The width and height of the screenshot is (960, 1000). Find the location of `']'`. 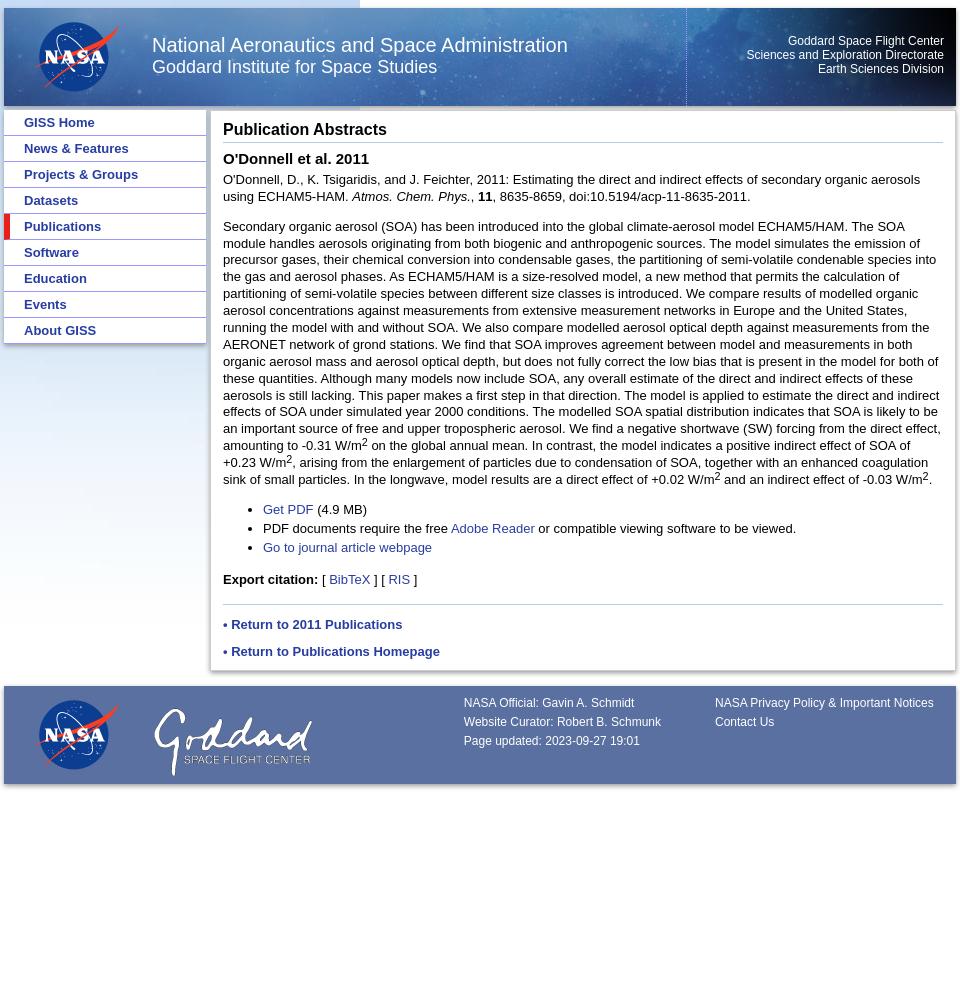

']' is located at coordinates (412, 577).